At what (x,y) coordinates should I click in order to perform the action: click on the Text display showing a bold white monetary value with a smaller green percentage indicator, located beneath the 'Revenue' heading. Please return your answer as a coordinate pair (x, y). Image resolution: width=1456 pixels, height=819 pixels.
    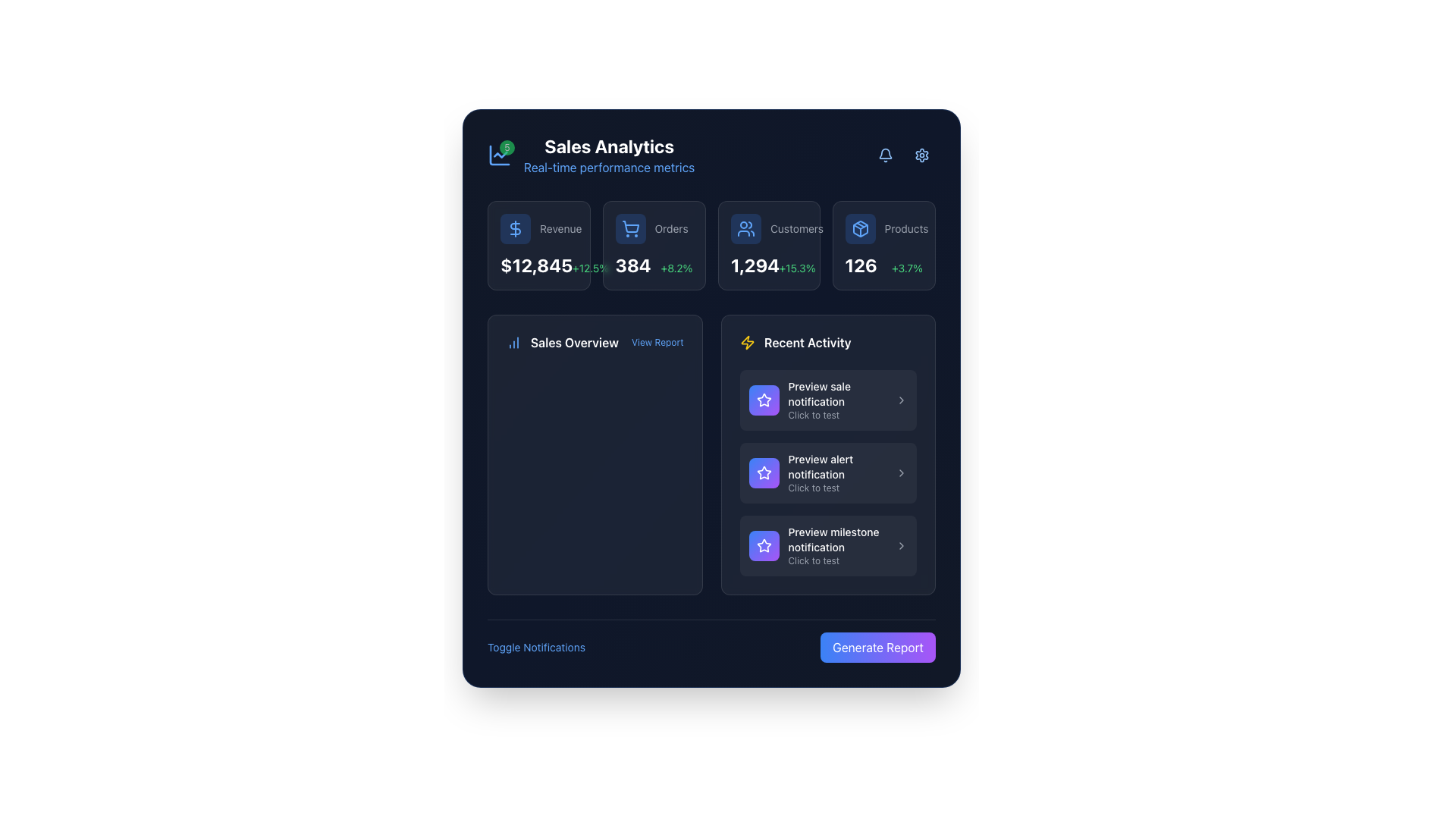
    Looking at the image, I should click on (538, 265).